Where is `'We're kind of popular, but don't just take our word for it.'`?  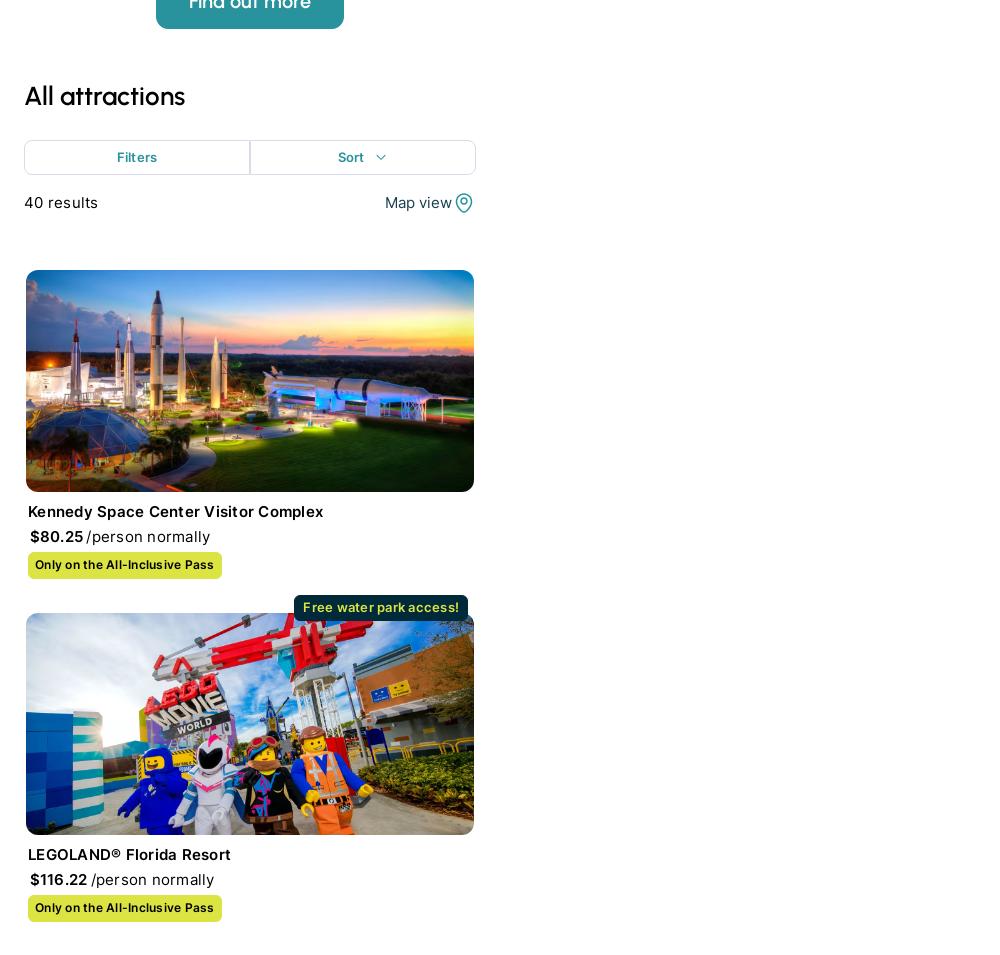
'We're kind of popular, but don't just take our word for it.' is located at coordinates (15, 52).